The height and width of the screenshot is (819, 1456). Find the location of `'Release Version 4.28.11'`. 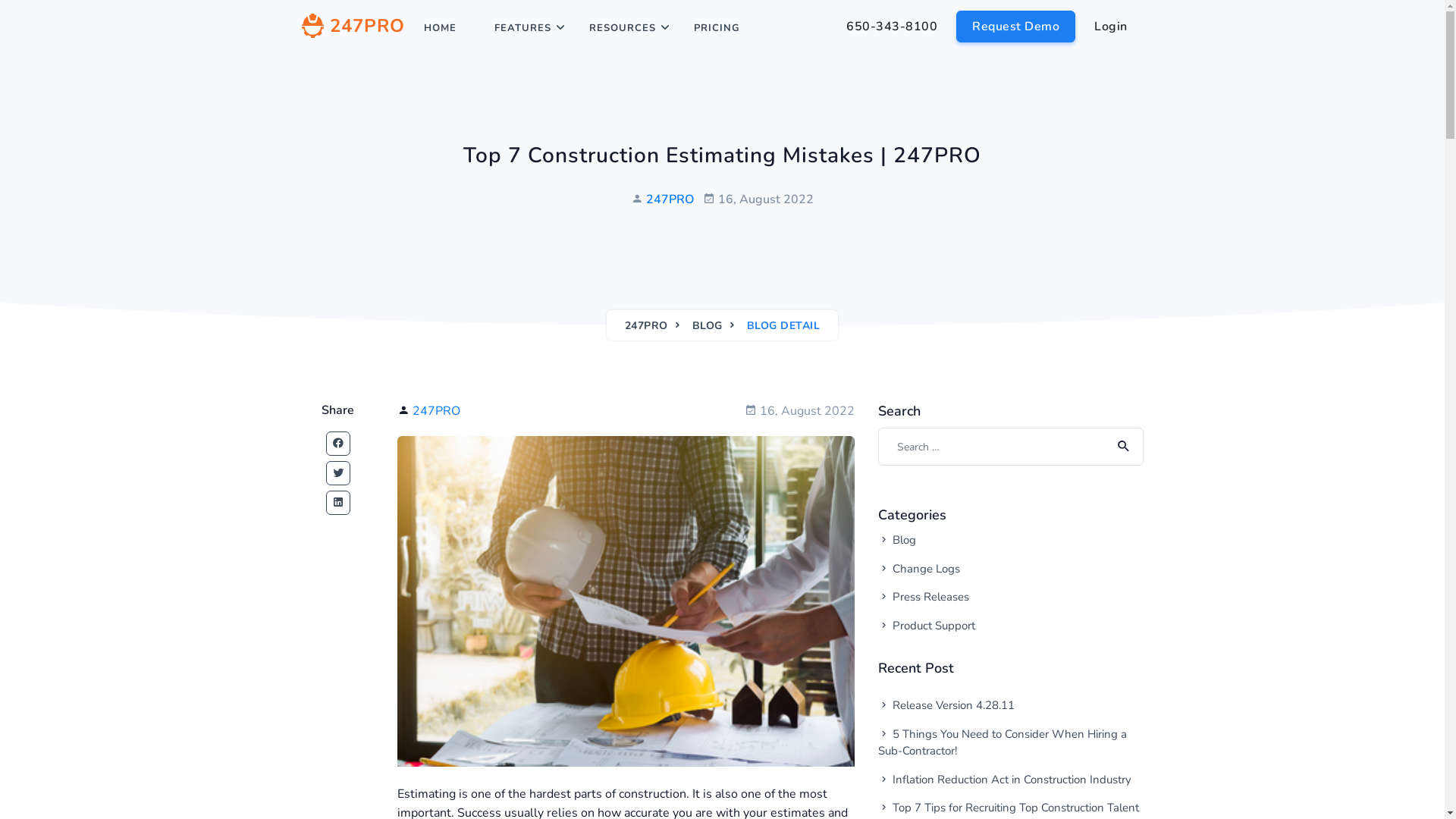

'Release Version 4.28.11' is located at coordinates (1011, 705).